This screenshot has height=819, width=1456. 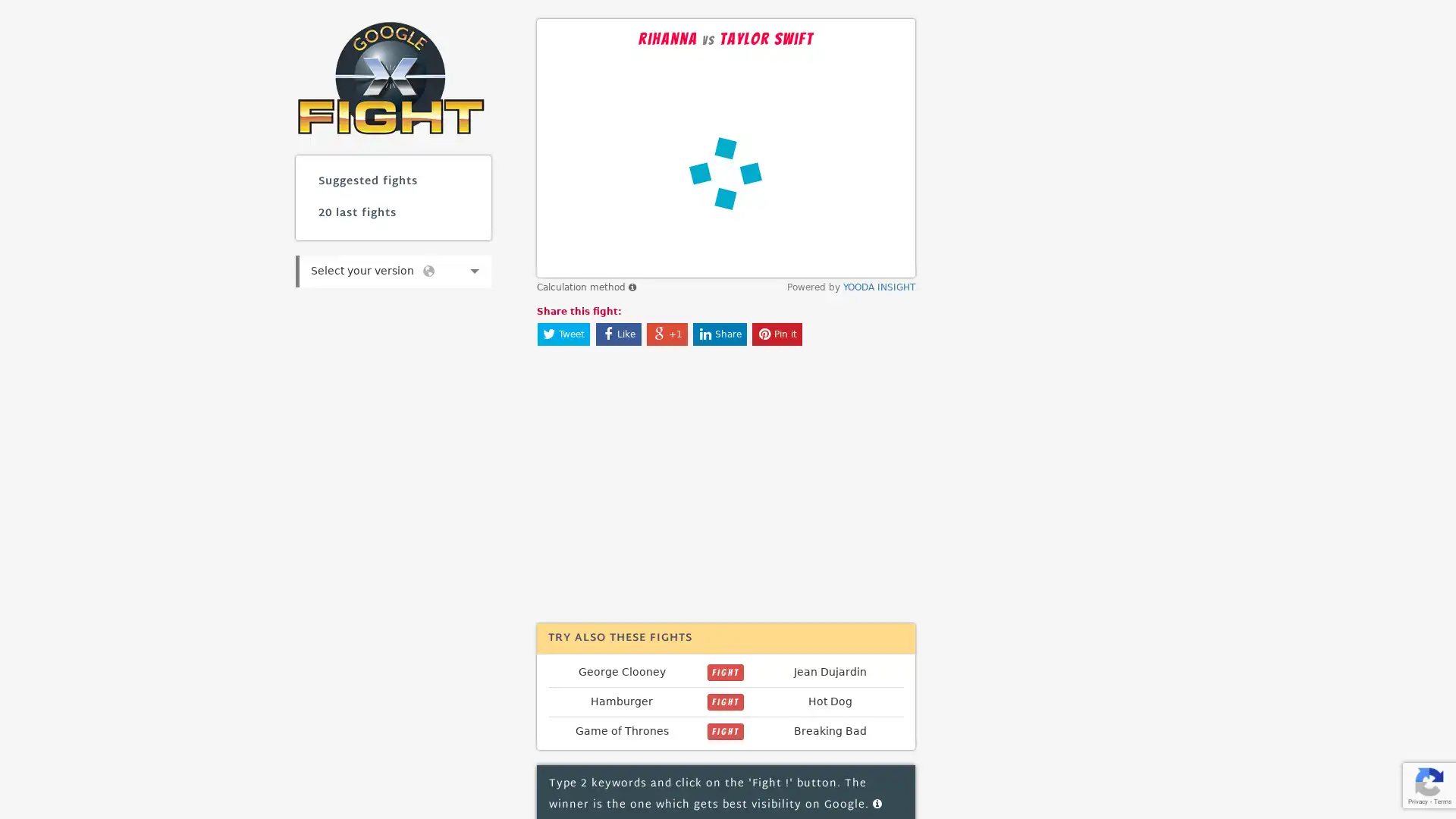 What do you see at coordinates (724, 701) in the screenshot?
I see `FIGHT` at bounding box center [724, 701].